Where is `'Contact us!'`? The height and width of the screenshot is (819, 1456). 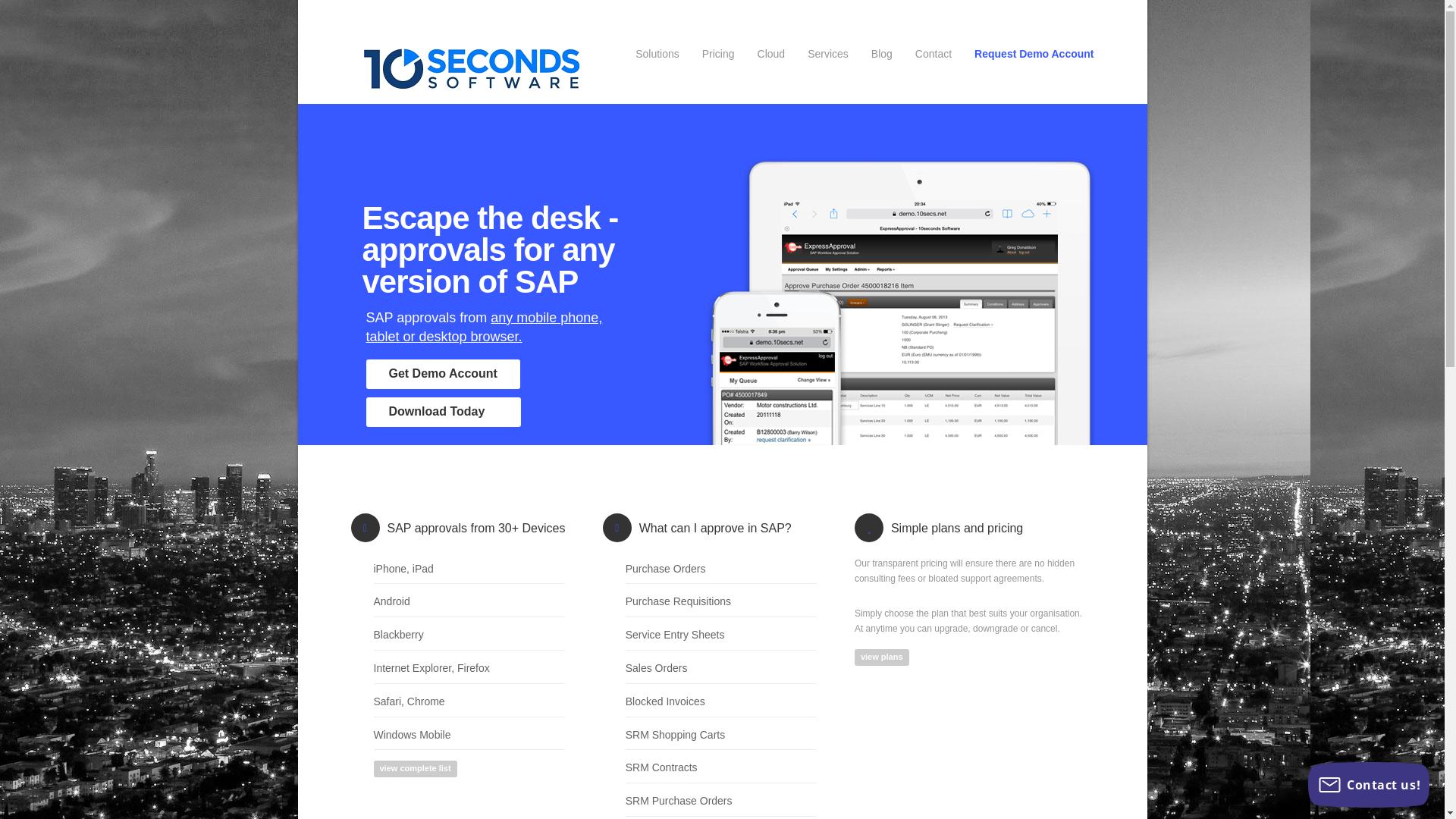 'Contact us!' is located at coordinates (1368, 784).